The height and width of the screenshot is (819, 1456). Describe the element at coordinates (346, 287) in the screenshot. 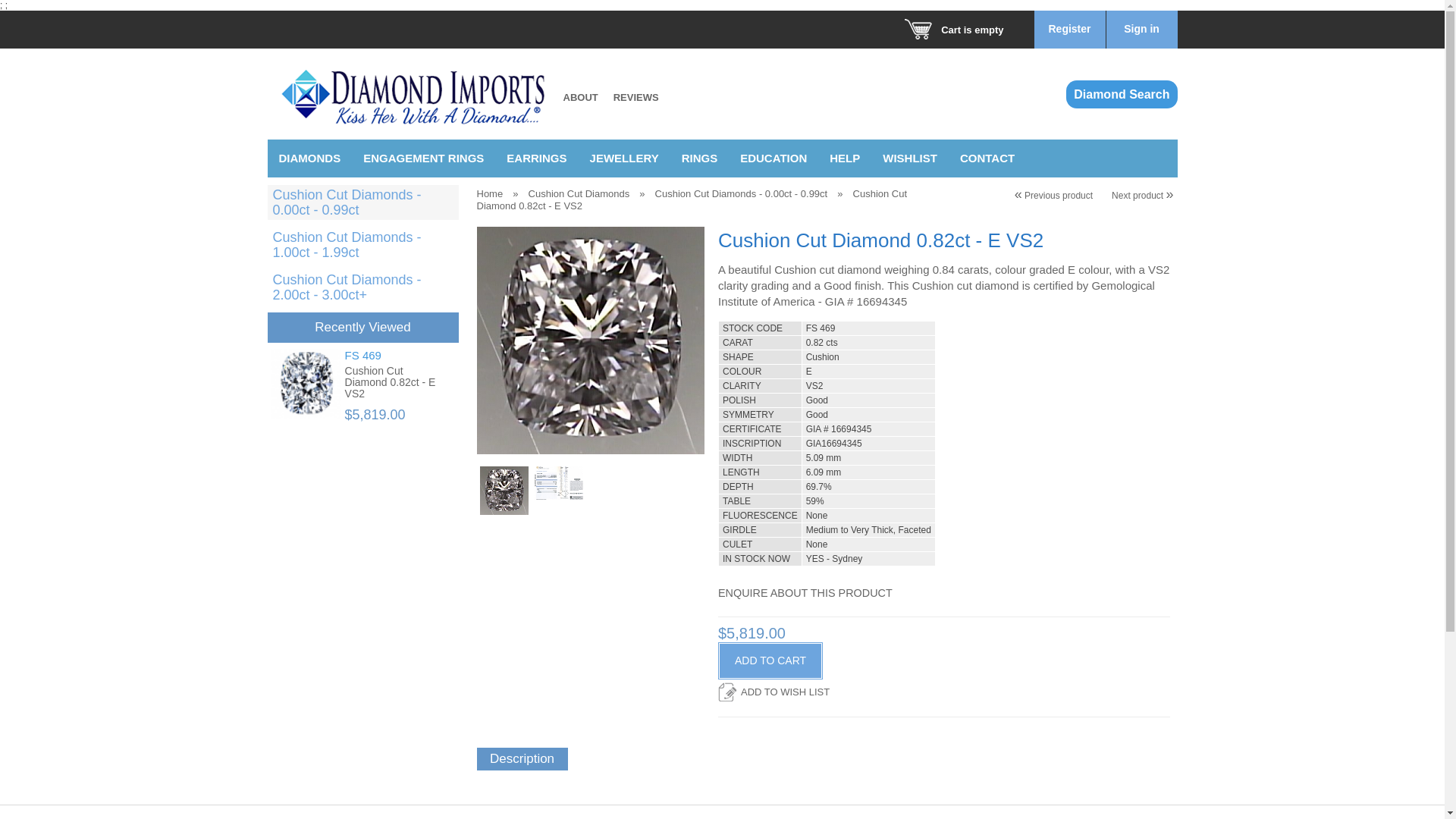

I see `'Cushion Cut Diamonds - 2.00ct - 3.00ct+'` at that location.